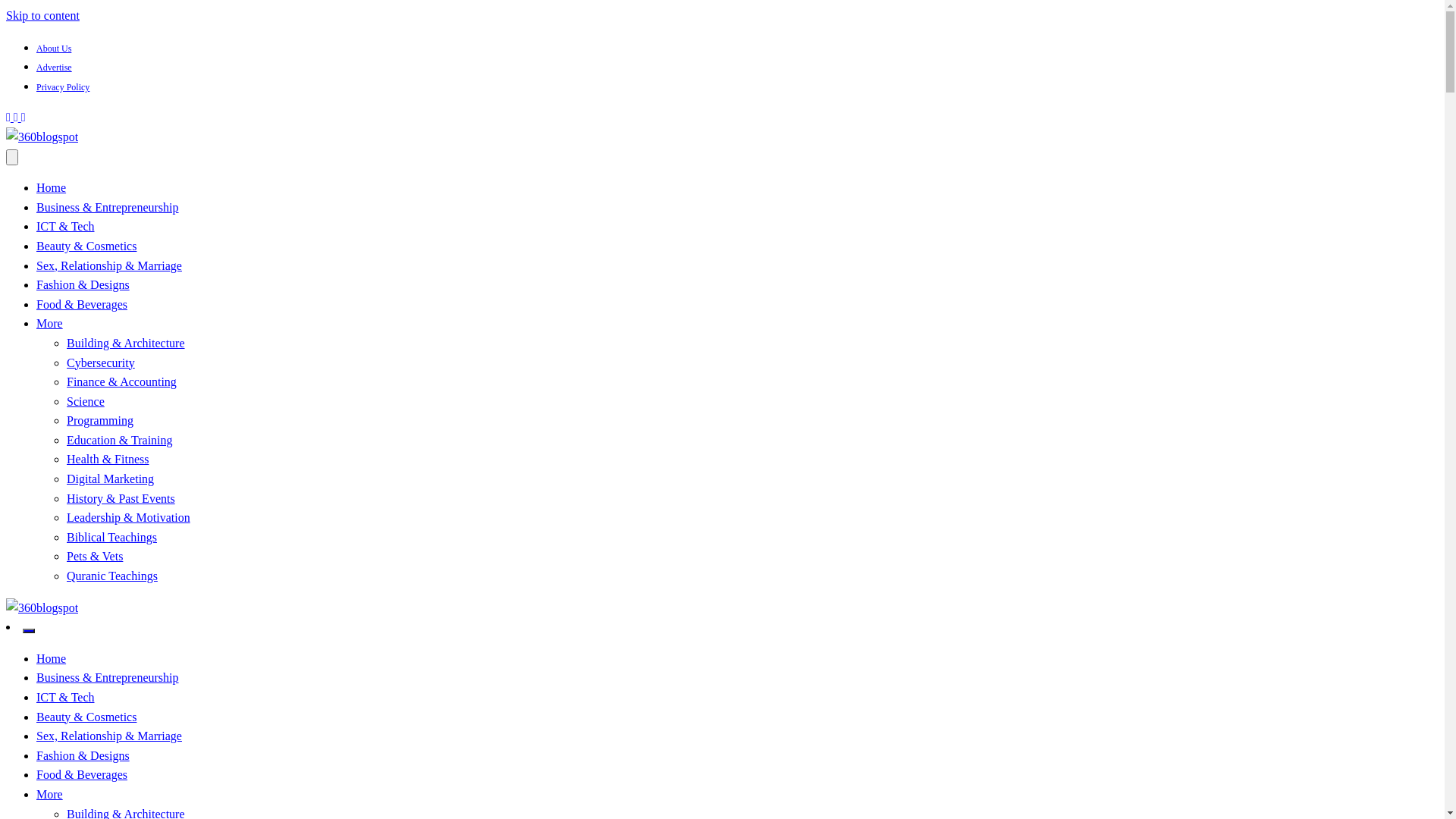 The image size is (1456, 819). What do you see at coordinates (82, 284) in the screenshot?
I see `'Fashion & Designs'` at bounding box center [82, 284].